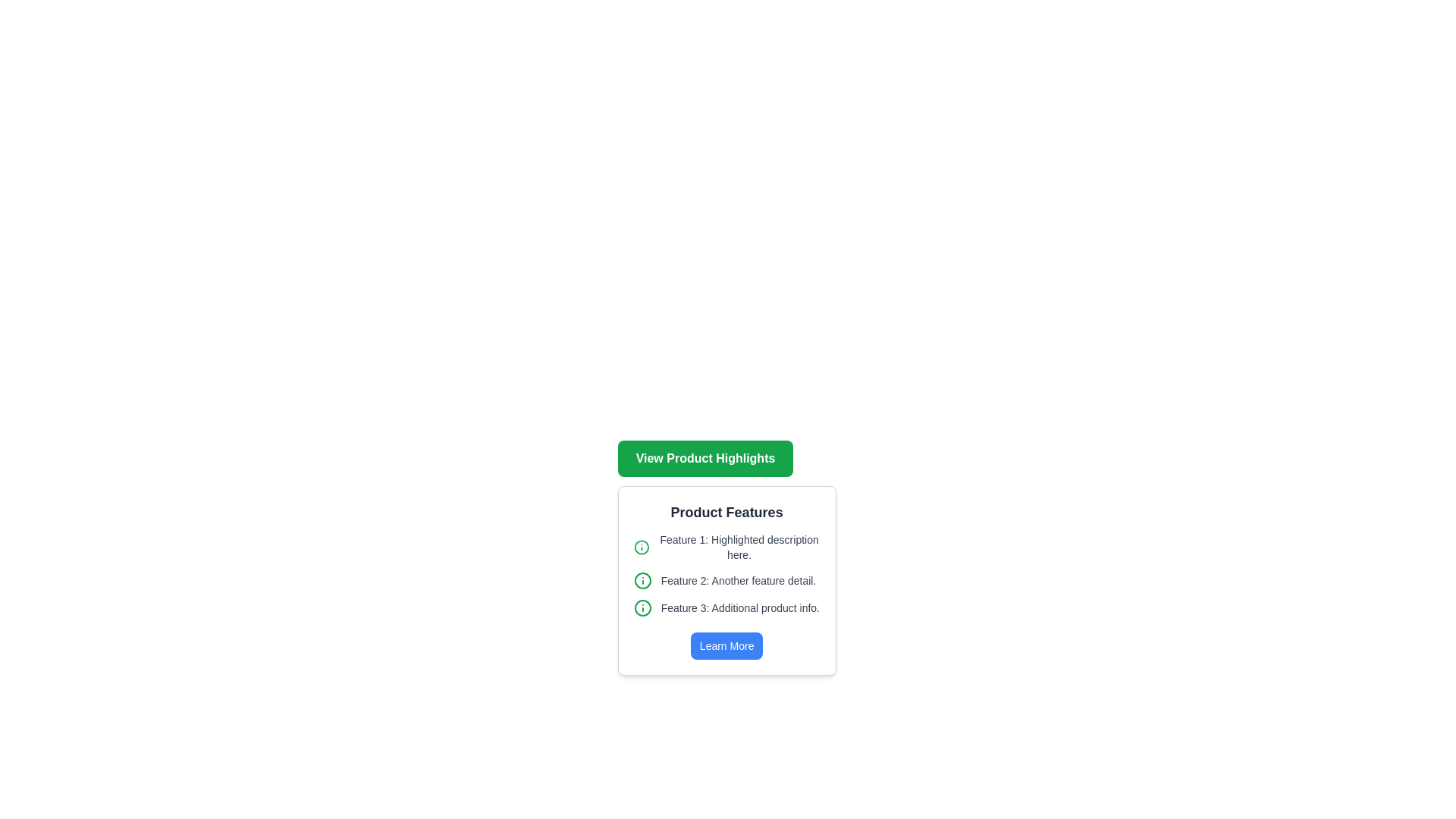 The width and height of the screenshot is (1456, 819). What do you see at coordinates (642, 607) in the screenshot?
I see `the circular decorative SVG element with a green outline and white fill, located in the third feature of the 'Product Features' section` at bounding box center [642, 607].